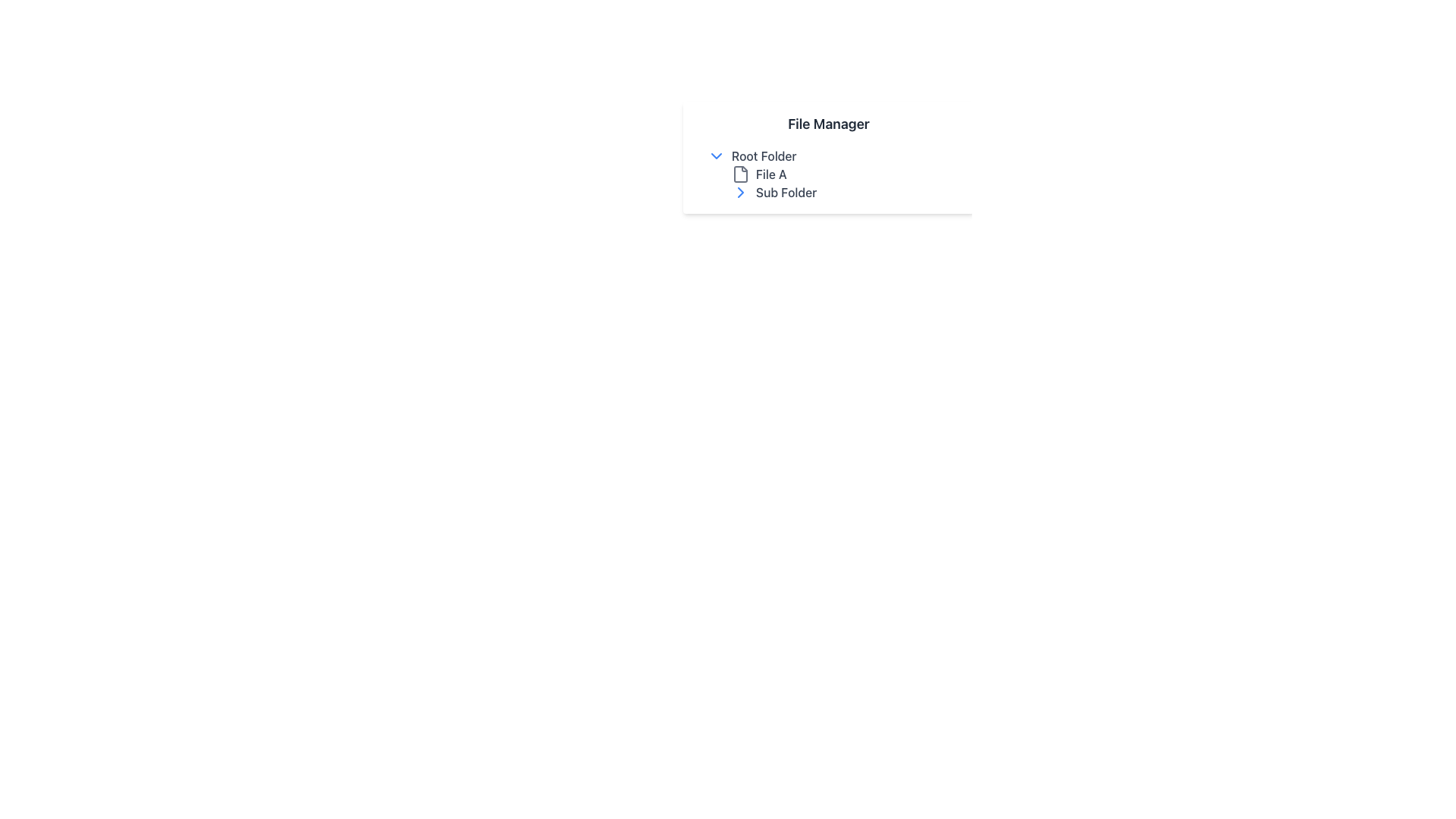 The height and width of the screenshot is (819, 1456). I want to click on the document file icon located to the left of the 'File A' label, so click(741, 174).